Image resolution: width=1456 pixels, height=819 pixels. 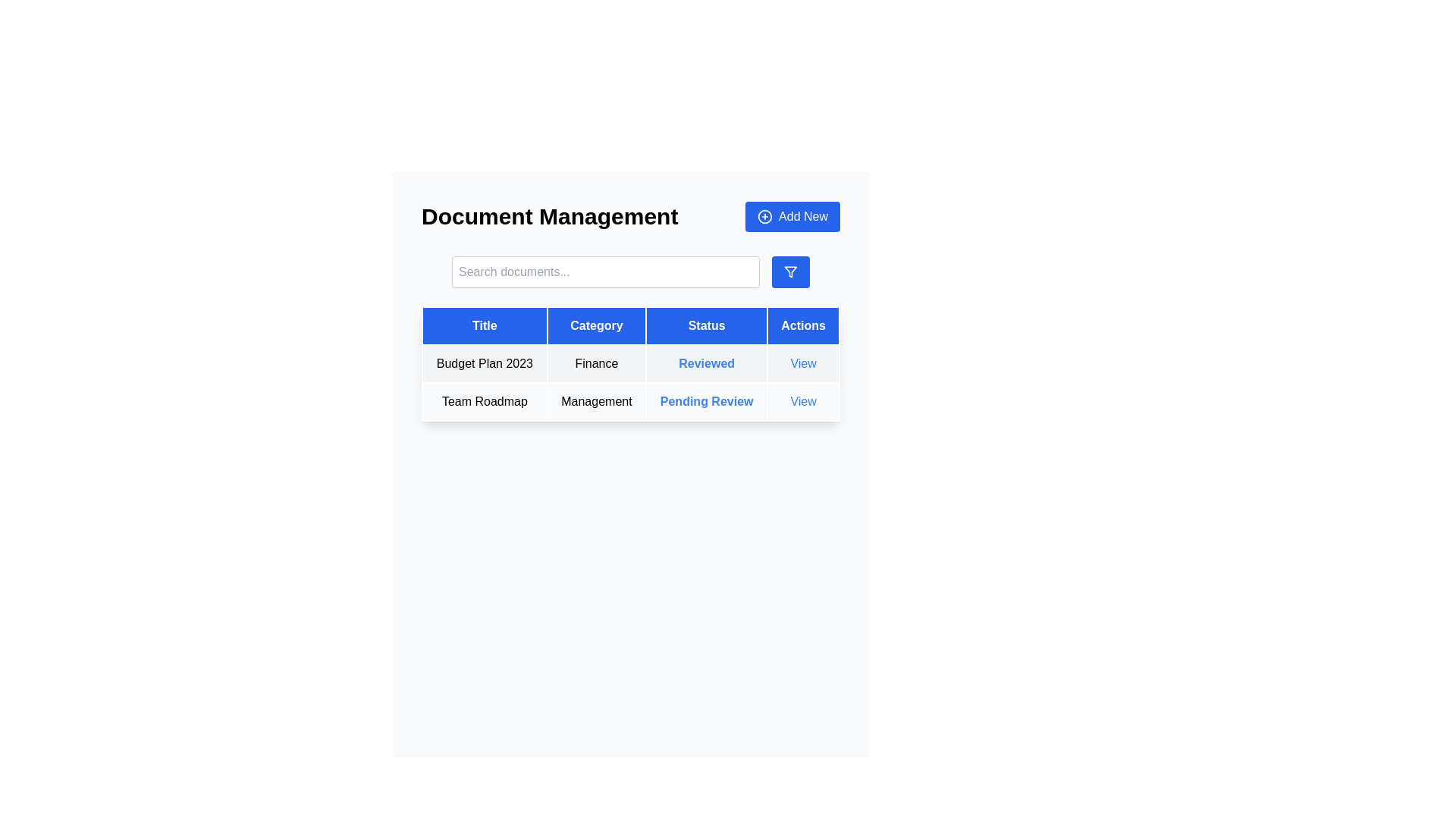 I want to click on the 'Category' table header, which is a rectangular button with a blue background and white text, positioned as the second element in the header row of a table, so click(x=596, y=325).